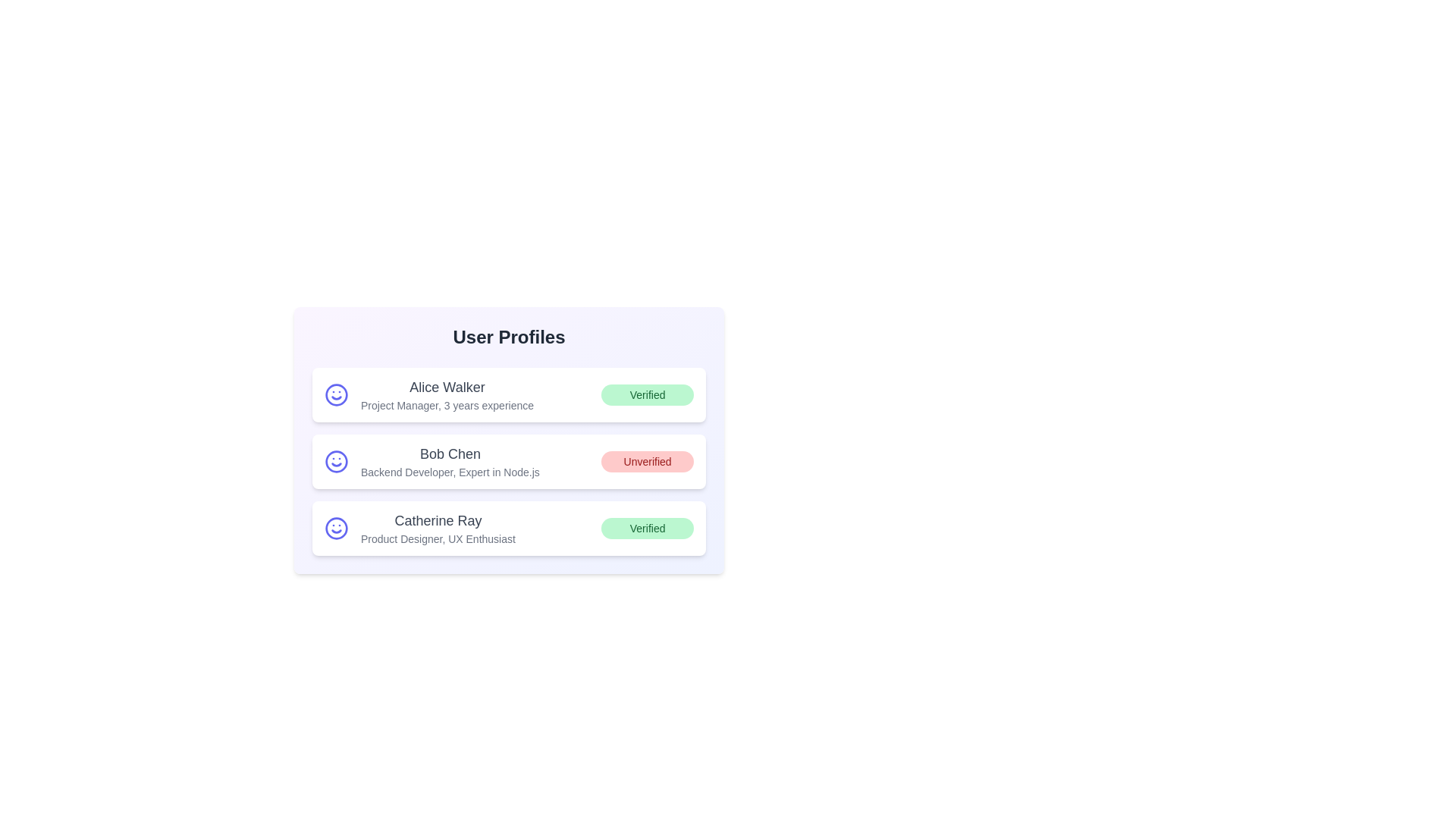  Describe the element at coordinates (648, 528) in the screenshot. I see `the verification status of Catherine Ray to toggle or view details` at that location.